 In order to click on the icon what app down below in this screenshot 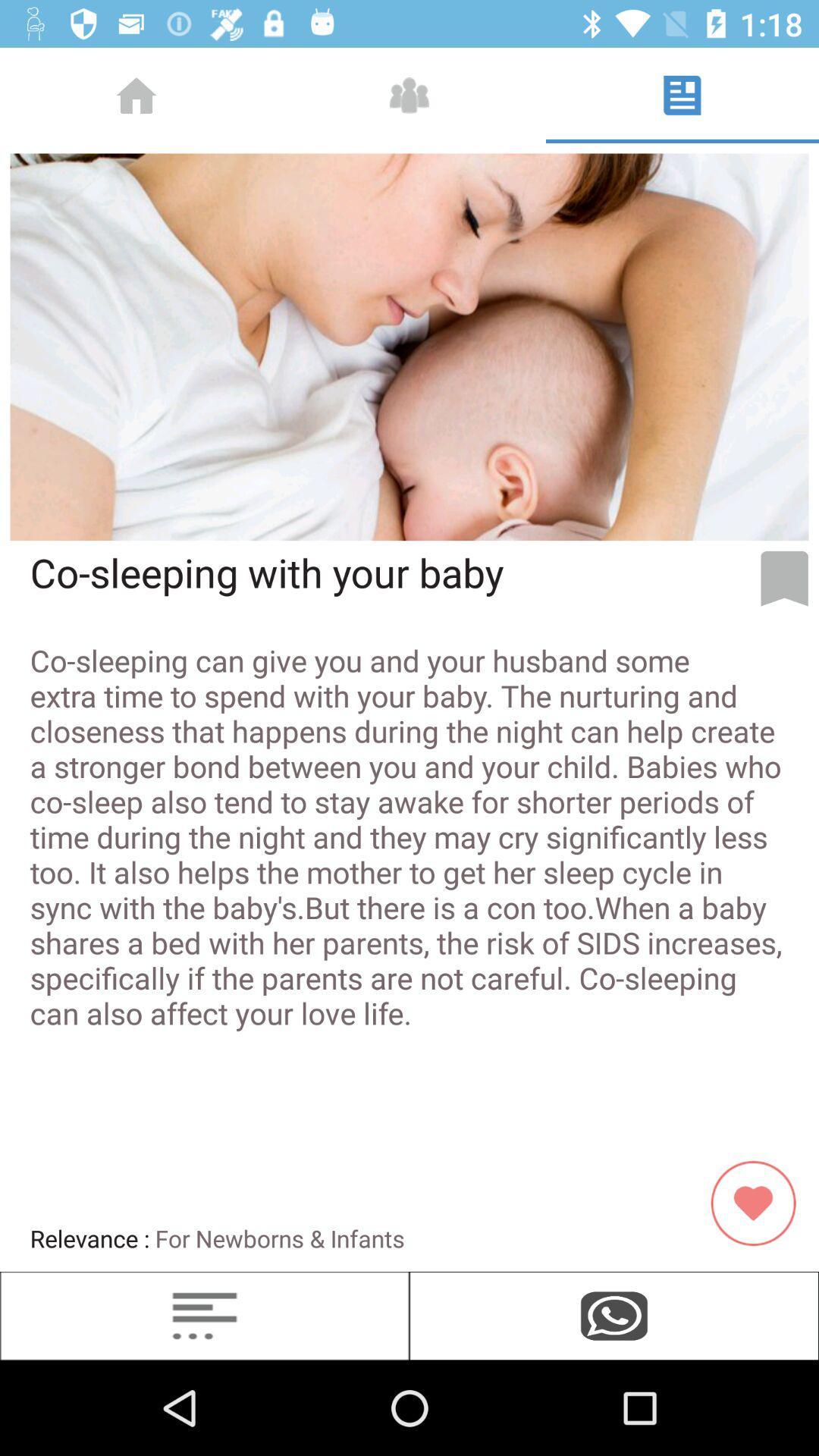, I will do `click(614, 1315)`.